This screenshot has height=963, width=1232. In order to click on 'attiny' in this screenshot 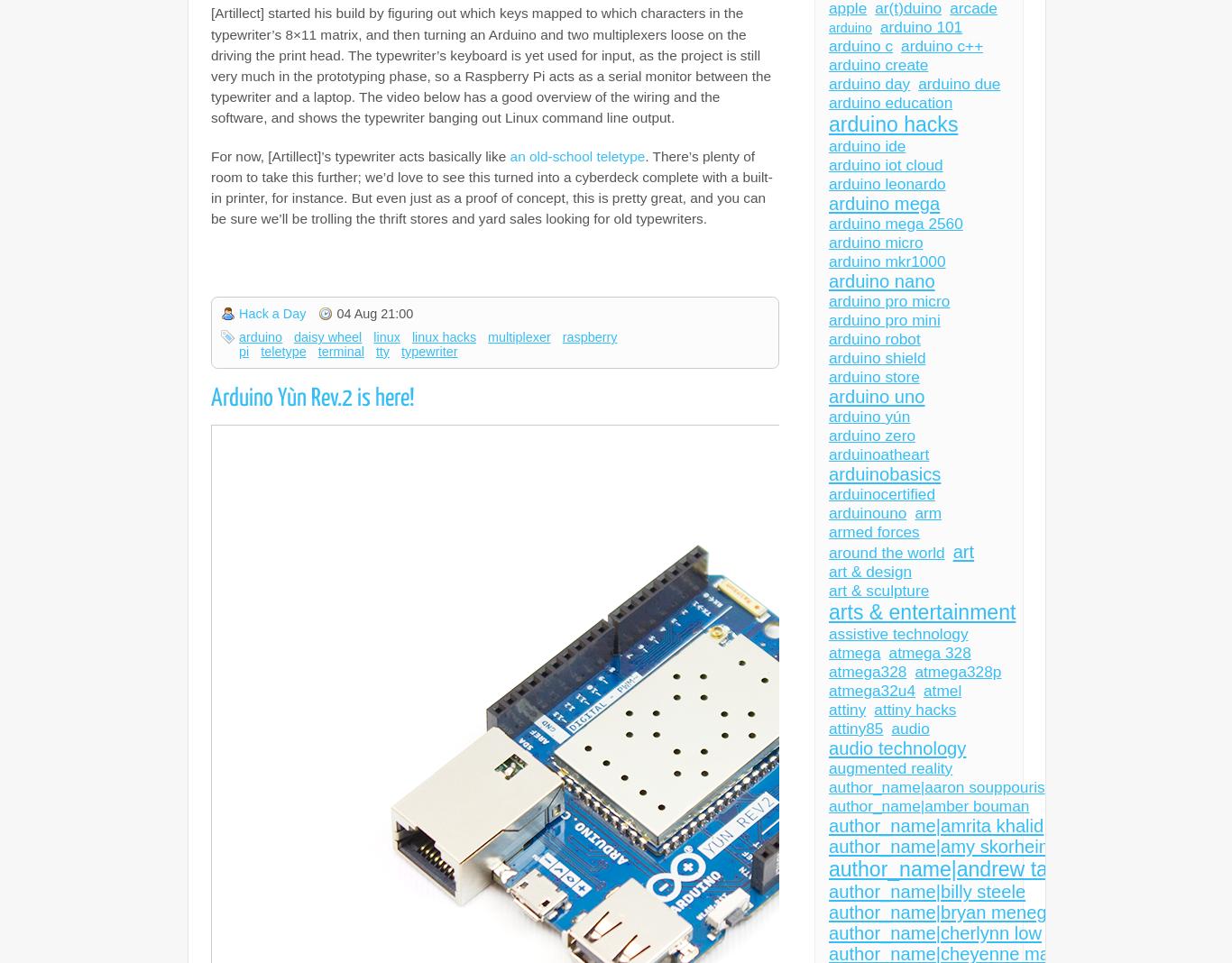, I will do `click(847, 710)`.